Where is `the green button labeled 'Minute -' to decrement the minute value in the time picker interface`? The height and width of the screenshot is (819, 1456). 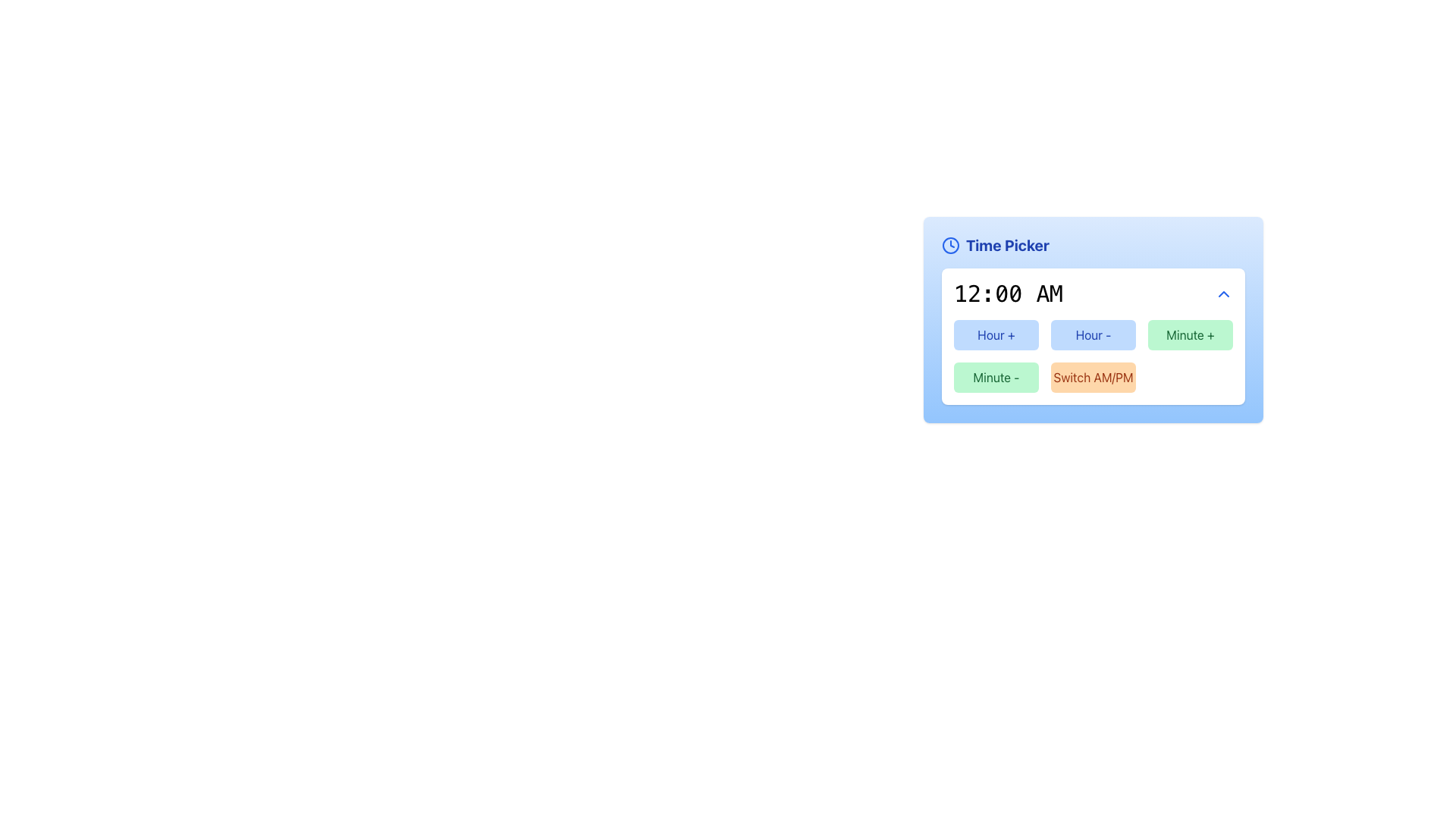
the green button labeled 'Minute -' to decrement the minute value in the time picker interface is located at coordinates (996, 376).